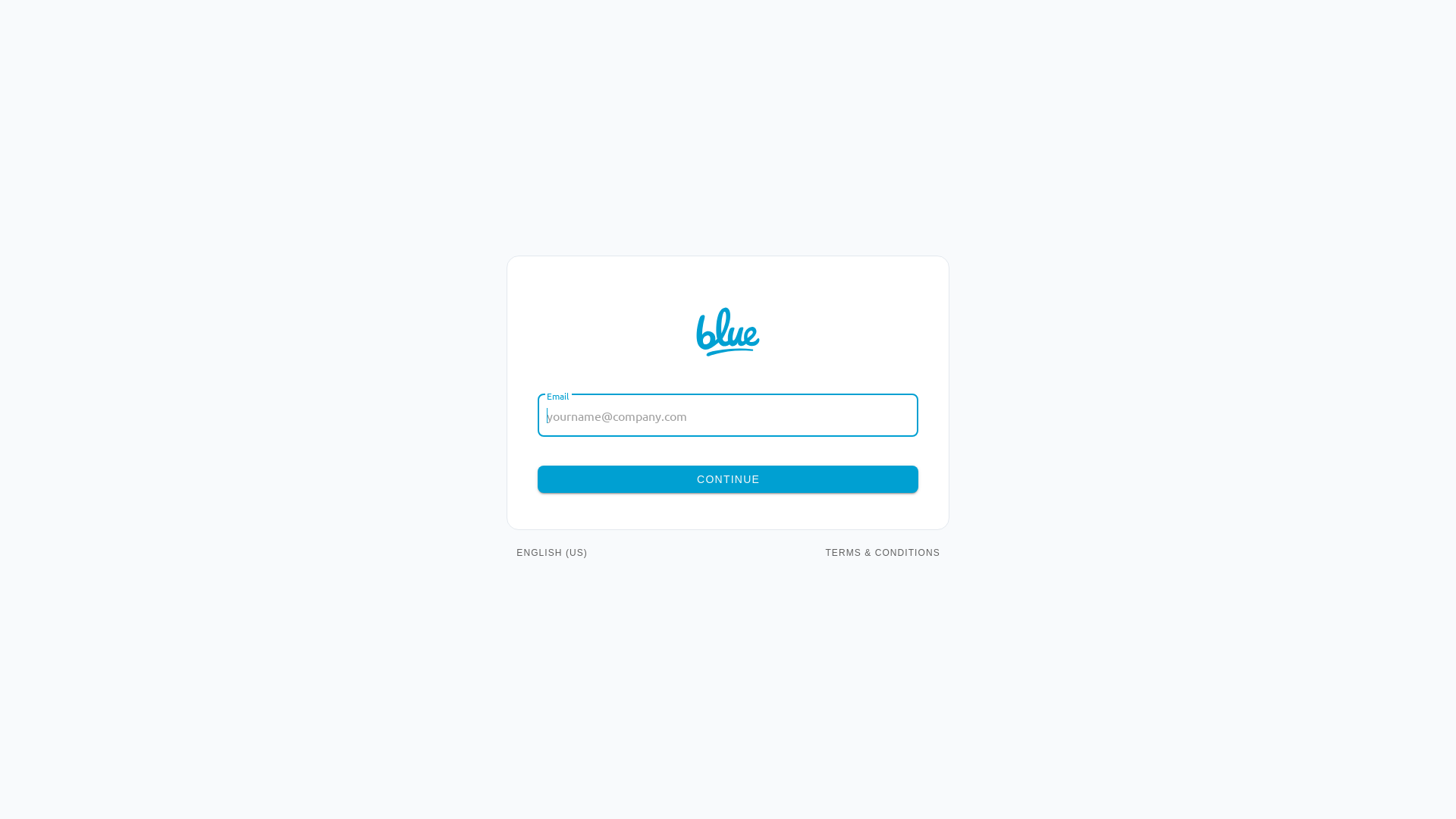 The width and height of the screenshot is (1456, 819). Describe the element at coordinates (728, 479) in the screenshot. I see `'CONTINUE'` at that location.